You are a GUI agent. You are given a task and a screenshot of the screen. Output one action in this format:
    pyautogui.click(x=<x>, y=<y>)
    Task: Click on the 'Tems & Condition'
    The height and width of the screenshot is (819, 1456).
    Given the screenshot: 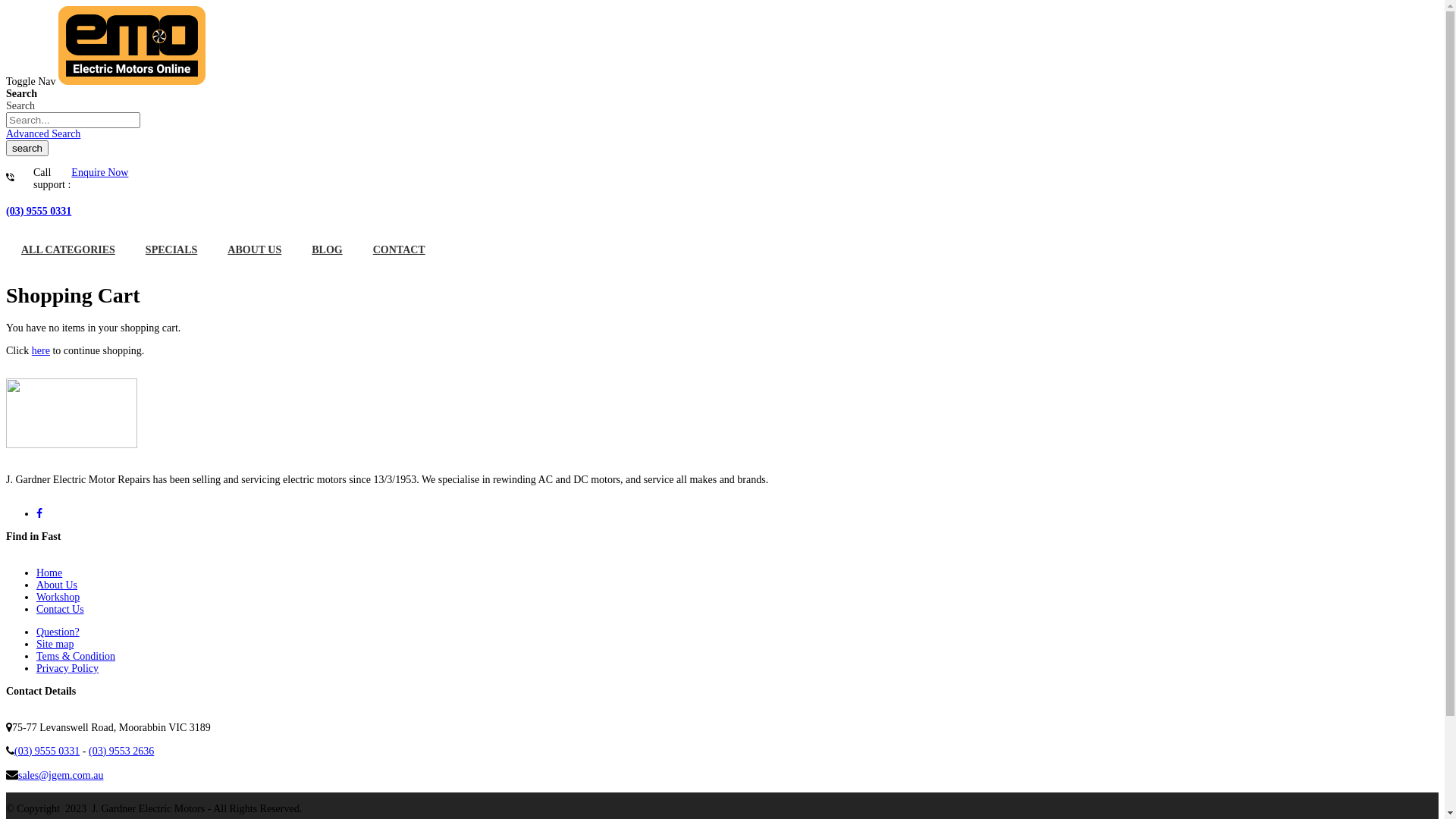 What is the action you would take?
    pyautogui.click(x=75, y=655)
    